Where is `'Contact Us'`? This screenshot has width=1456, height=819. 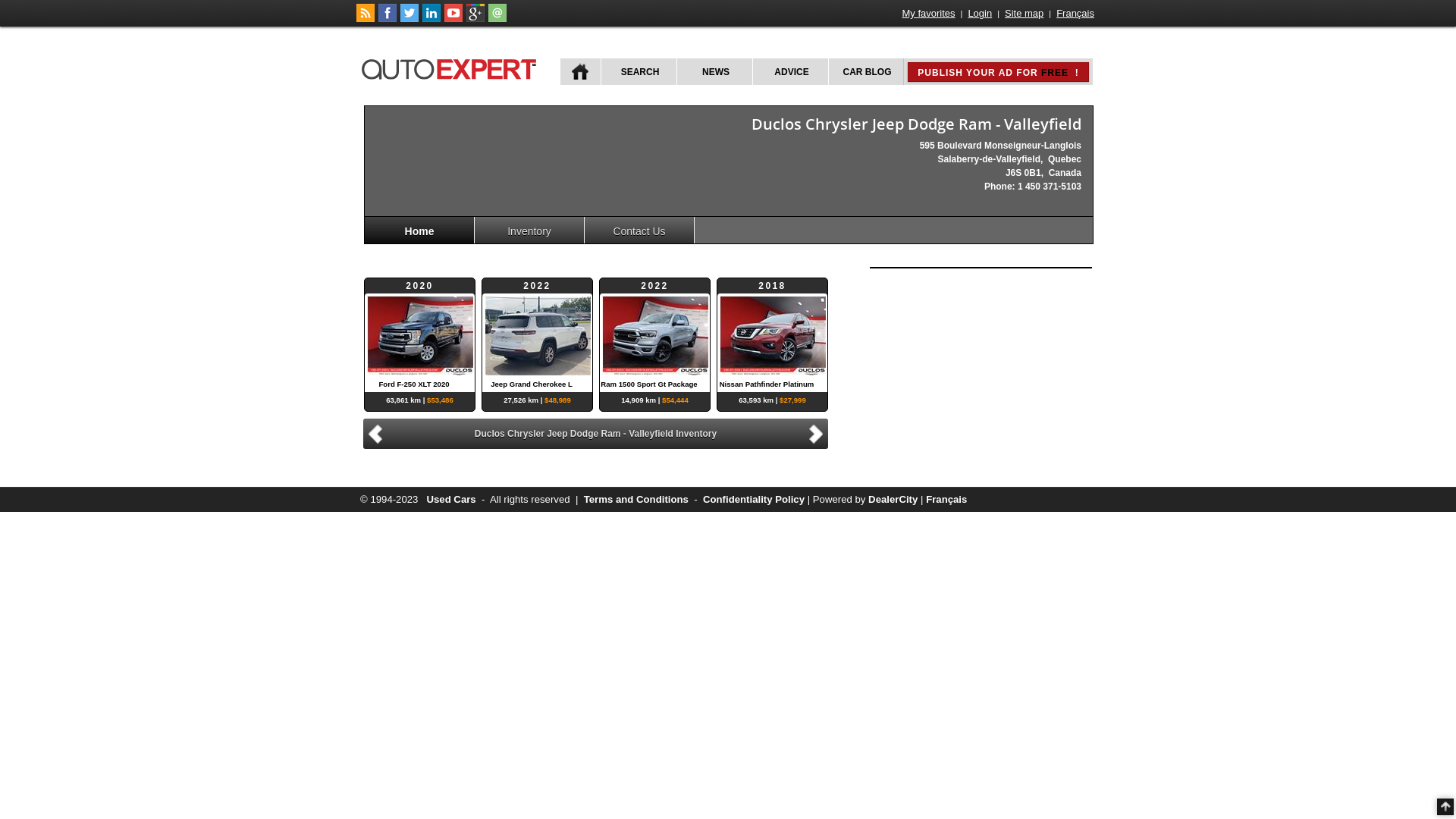
'Contact Us' is located at coordinates (639, 230).